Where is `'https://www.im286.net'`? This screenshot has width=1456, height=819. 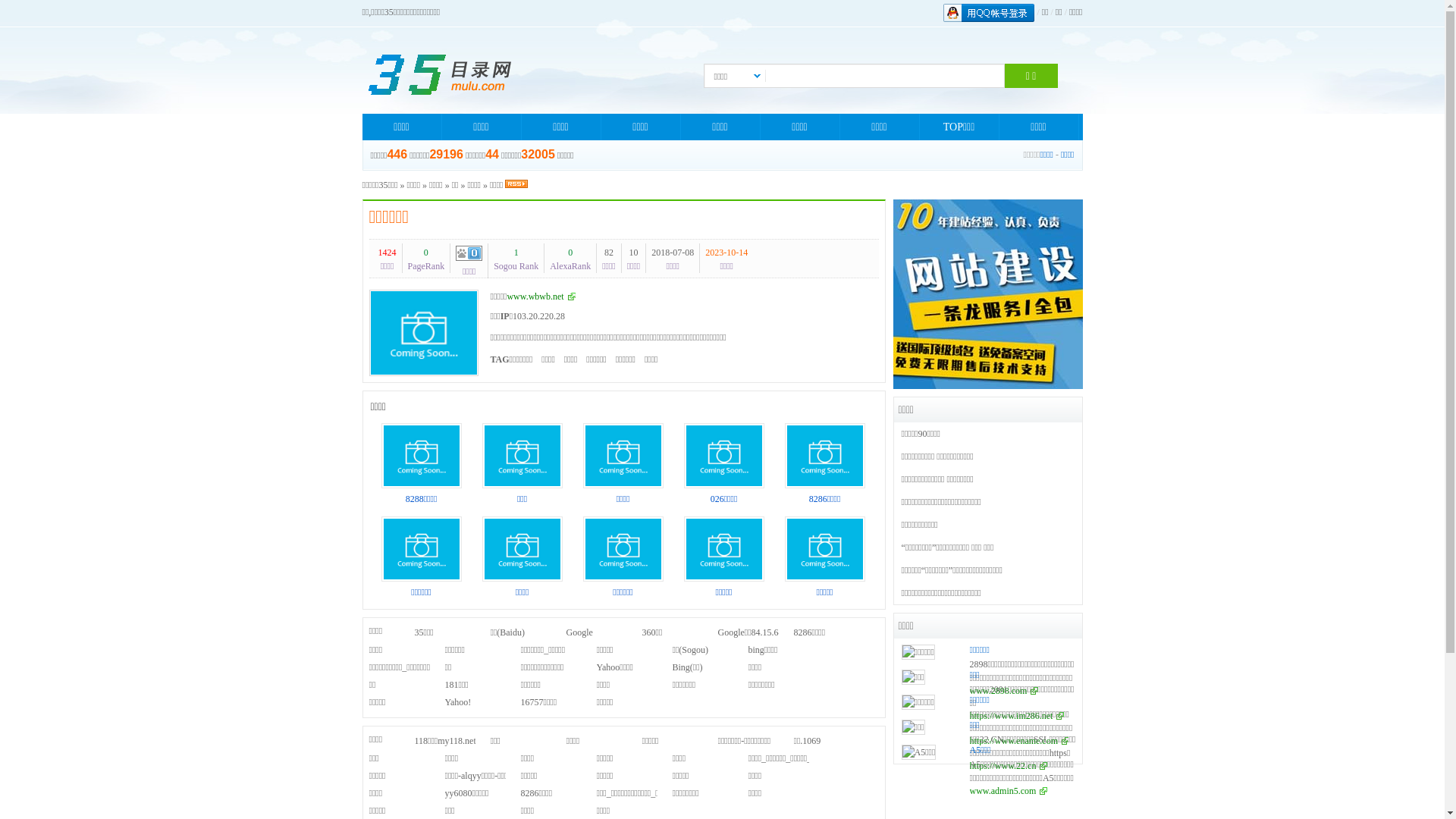
'https://www.im286.net' is located at coordinates (968, 716).